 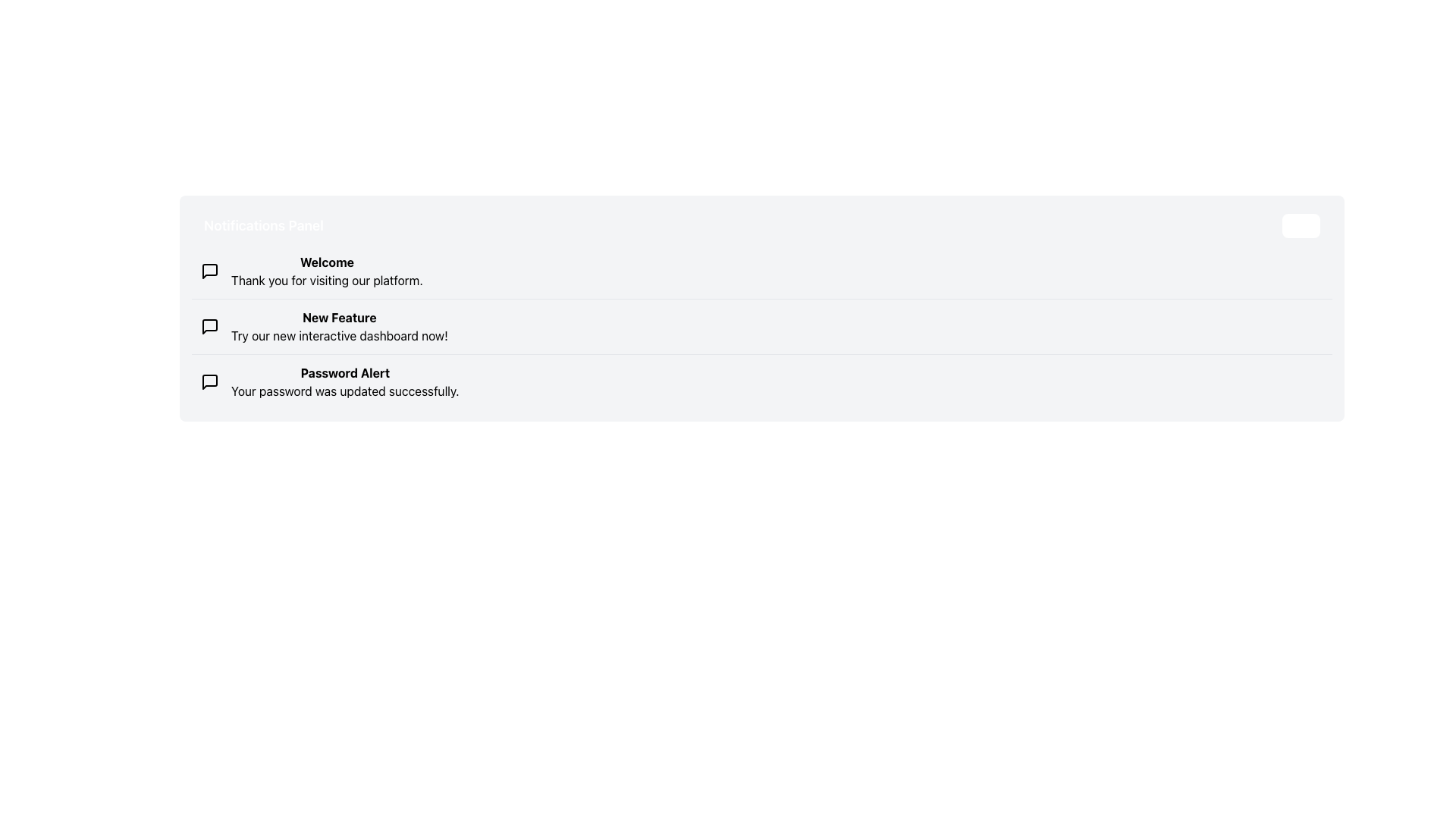 What do you see at coordinates (338, 335) in the screenshot?
I see `the text element that provides a notification about a new feature, located immediately below the bolded text 'New Feature'` at bounding box center [338, 335].